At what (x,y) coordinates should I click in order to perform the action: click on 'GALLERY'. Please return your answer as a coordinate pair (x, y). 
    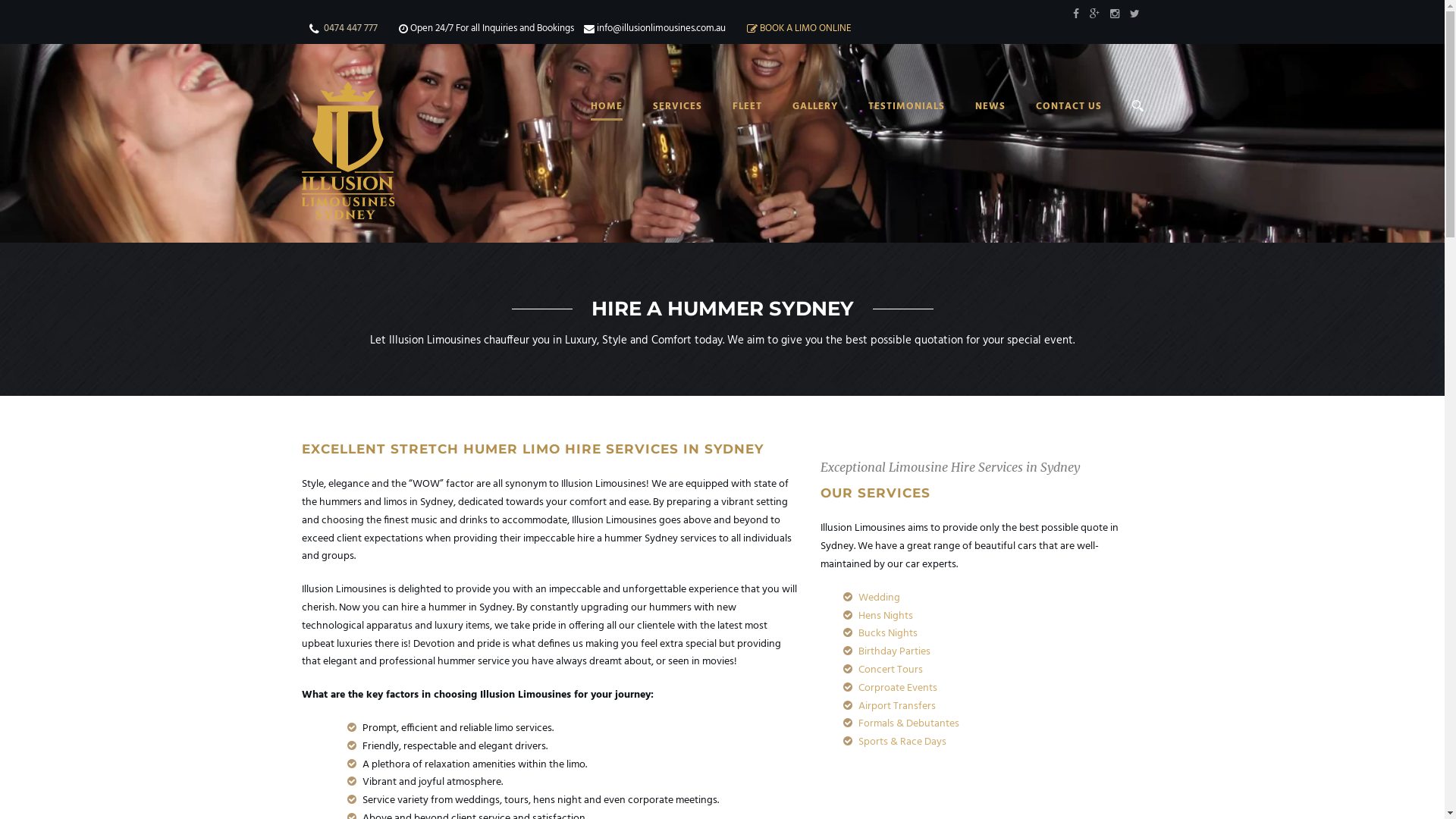
    Looking at the image, I should click on (799, 123).